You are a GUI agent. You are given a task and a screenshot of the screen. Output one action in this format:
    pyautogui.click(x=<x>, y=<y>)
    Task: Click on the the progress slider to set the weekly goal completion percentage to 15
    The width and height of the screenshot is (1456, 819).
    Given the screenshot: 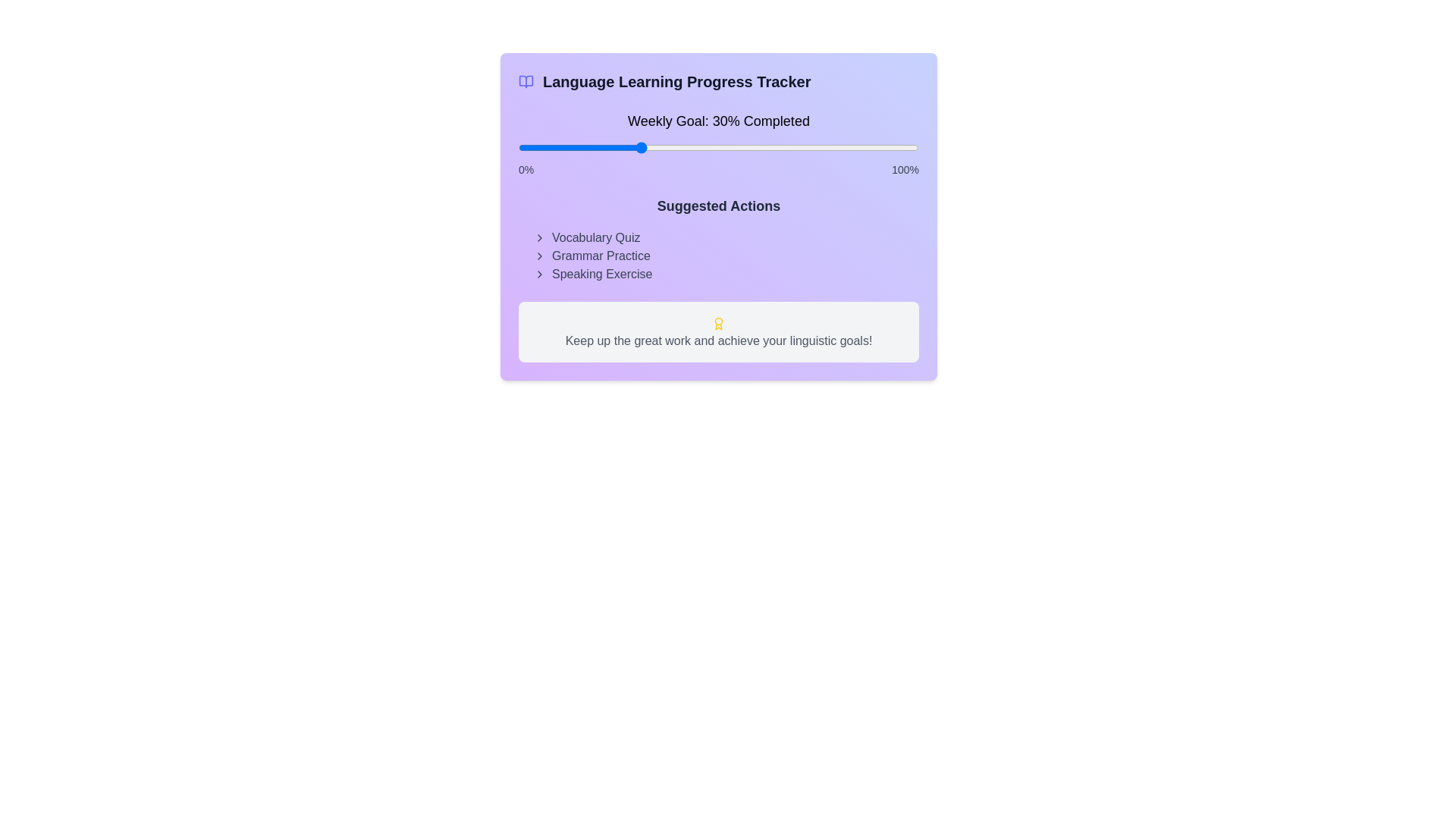 What is the action you would take?
    pyautogui.click(x=578, y=148)
    